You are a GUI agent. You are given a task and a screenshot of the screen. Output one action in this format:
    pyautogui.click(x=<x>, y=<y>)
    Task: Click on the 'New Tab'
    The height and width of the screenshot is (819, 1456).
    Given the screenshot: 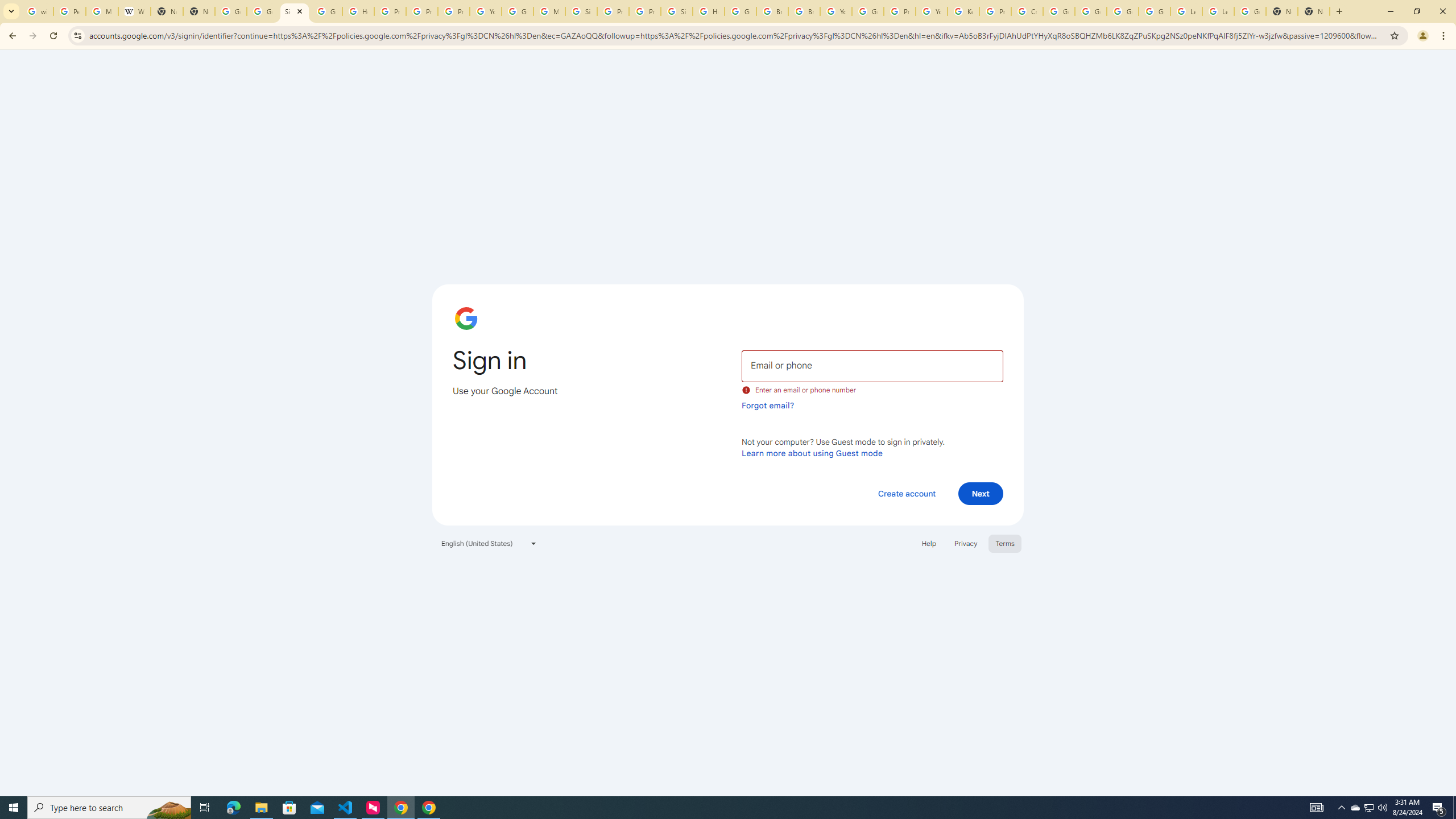 What is the action you would take?
    pyautogui.click(x=1314, y=11)
    